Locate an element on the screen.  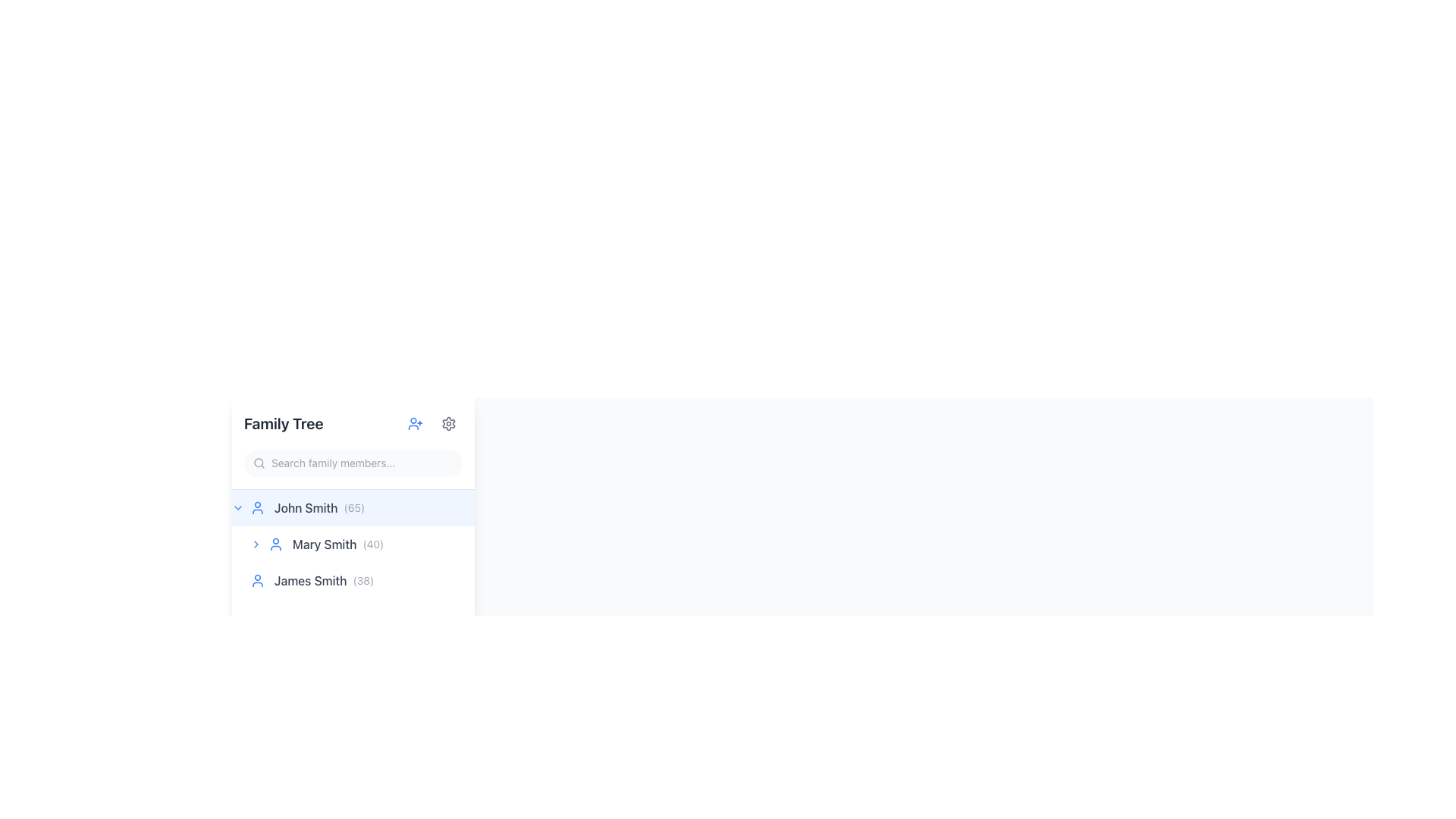
the rounded blue-colored icon button depicting a user symbol with a plus sign is located at coordinates (415, 424).